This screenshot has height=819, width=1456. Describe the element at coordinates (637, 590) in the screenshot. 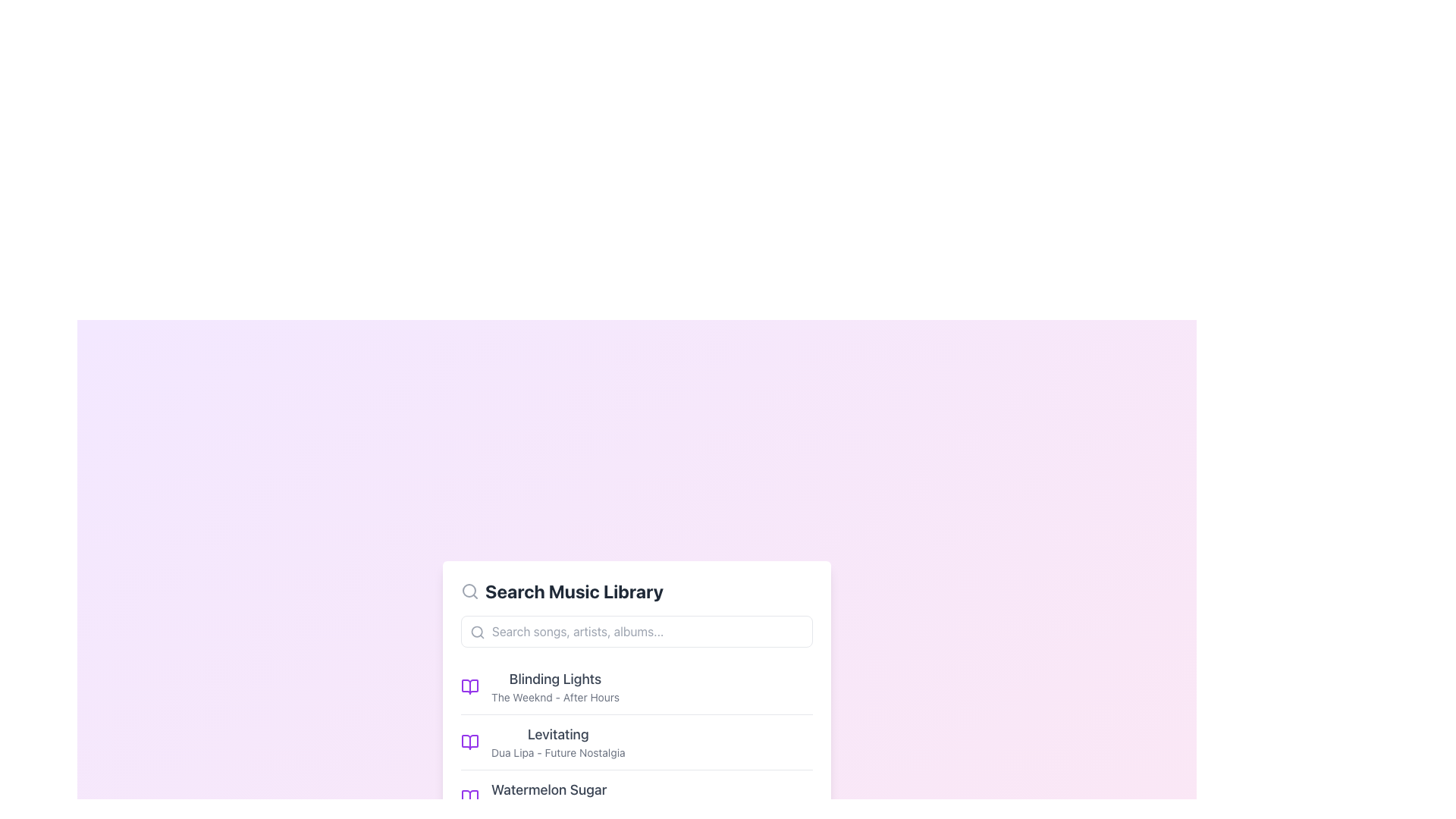

I see `the 'Search Music Library' text label with icon located at the top of the music library search panel` at that location.